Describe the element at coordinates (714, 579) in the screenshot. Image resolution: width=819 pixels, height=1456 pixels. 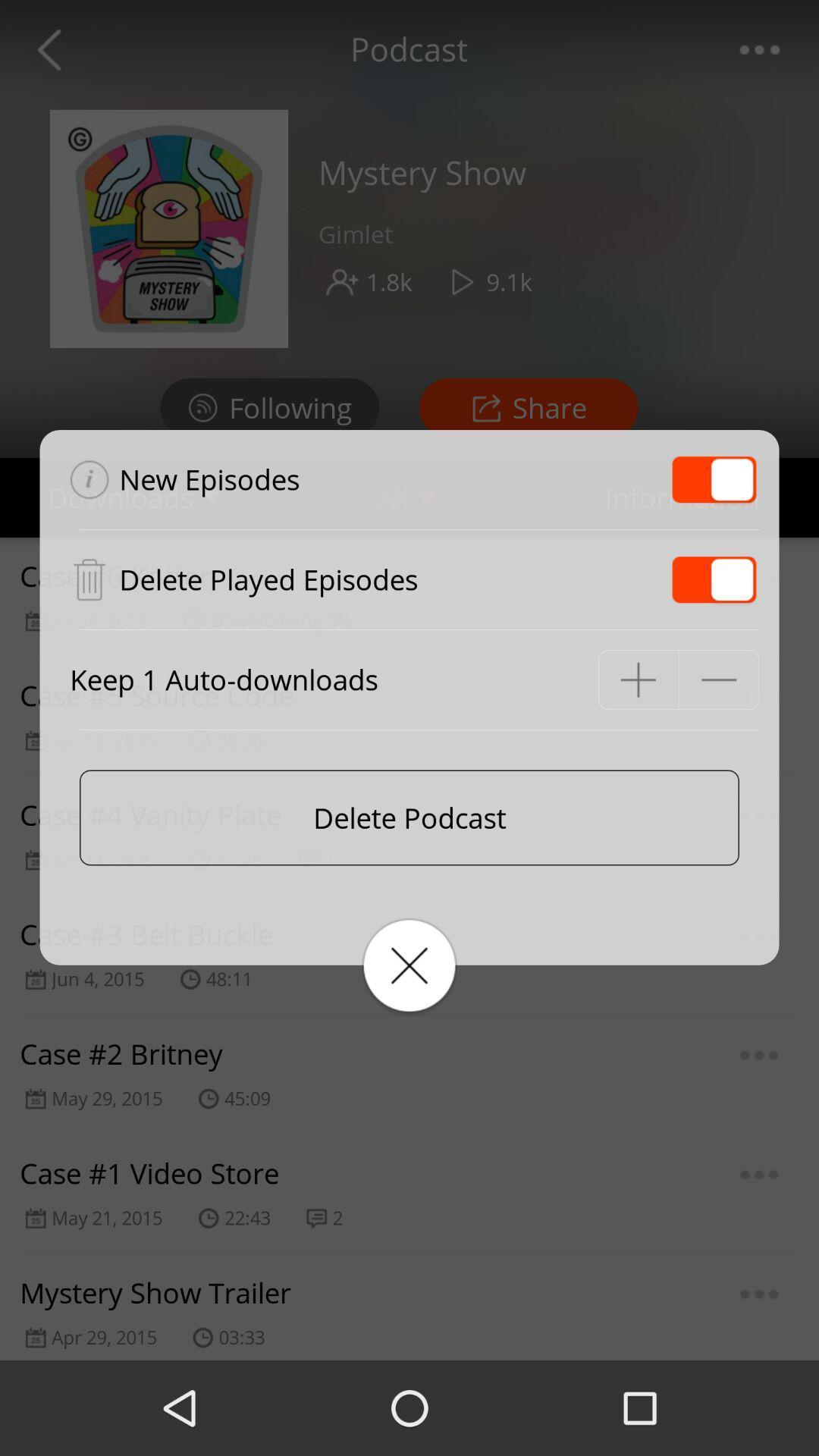
I see `episodes` at that location.